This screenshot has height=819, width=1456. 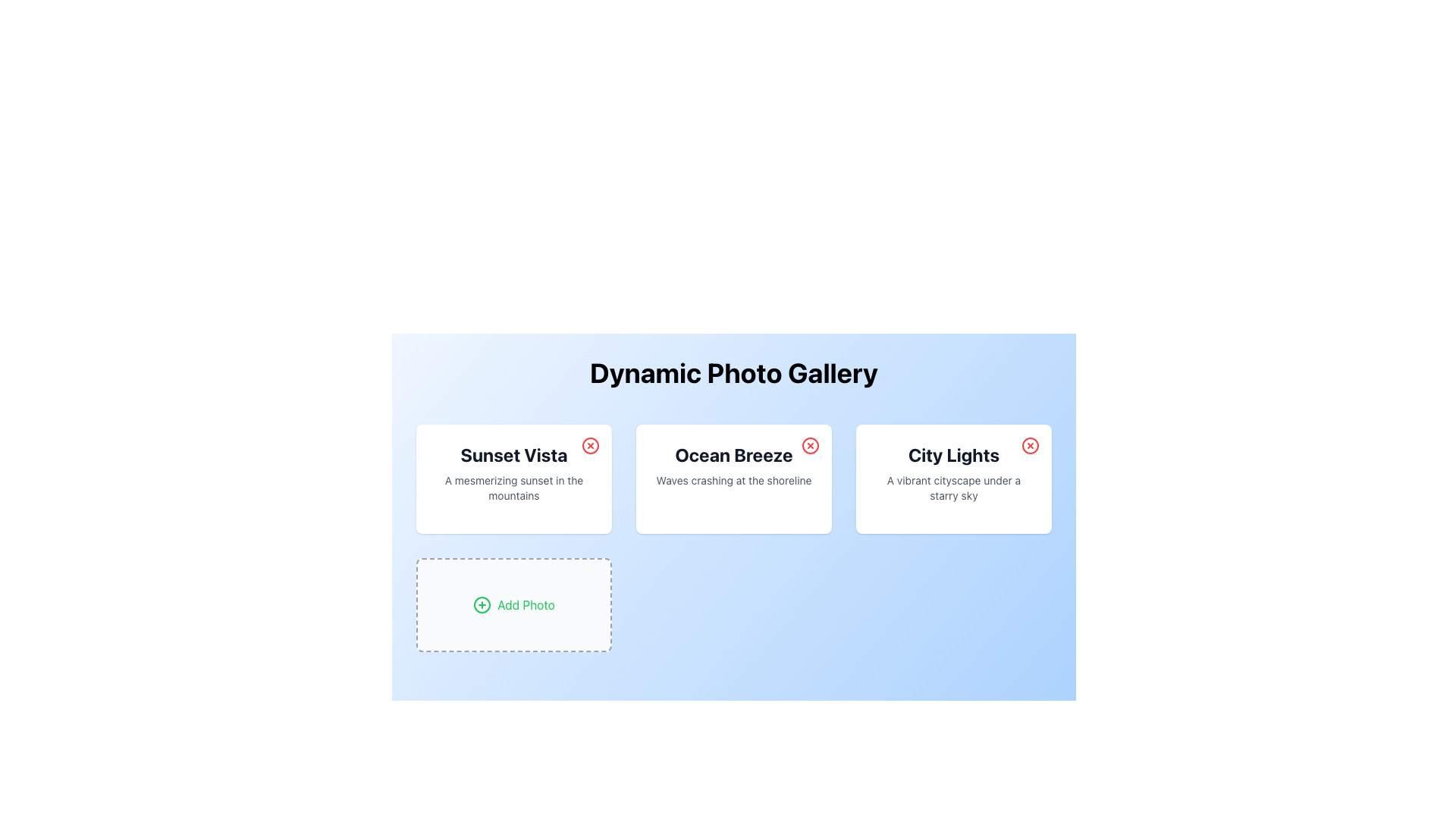 What do you see at coordinates (513, 454) in the screenshot?
I see `the 'Sunset Vista' text label, which is displayed in large, bold, black font within the first card of a row of three cards` at bounding box center [513, 454].